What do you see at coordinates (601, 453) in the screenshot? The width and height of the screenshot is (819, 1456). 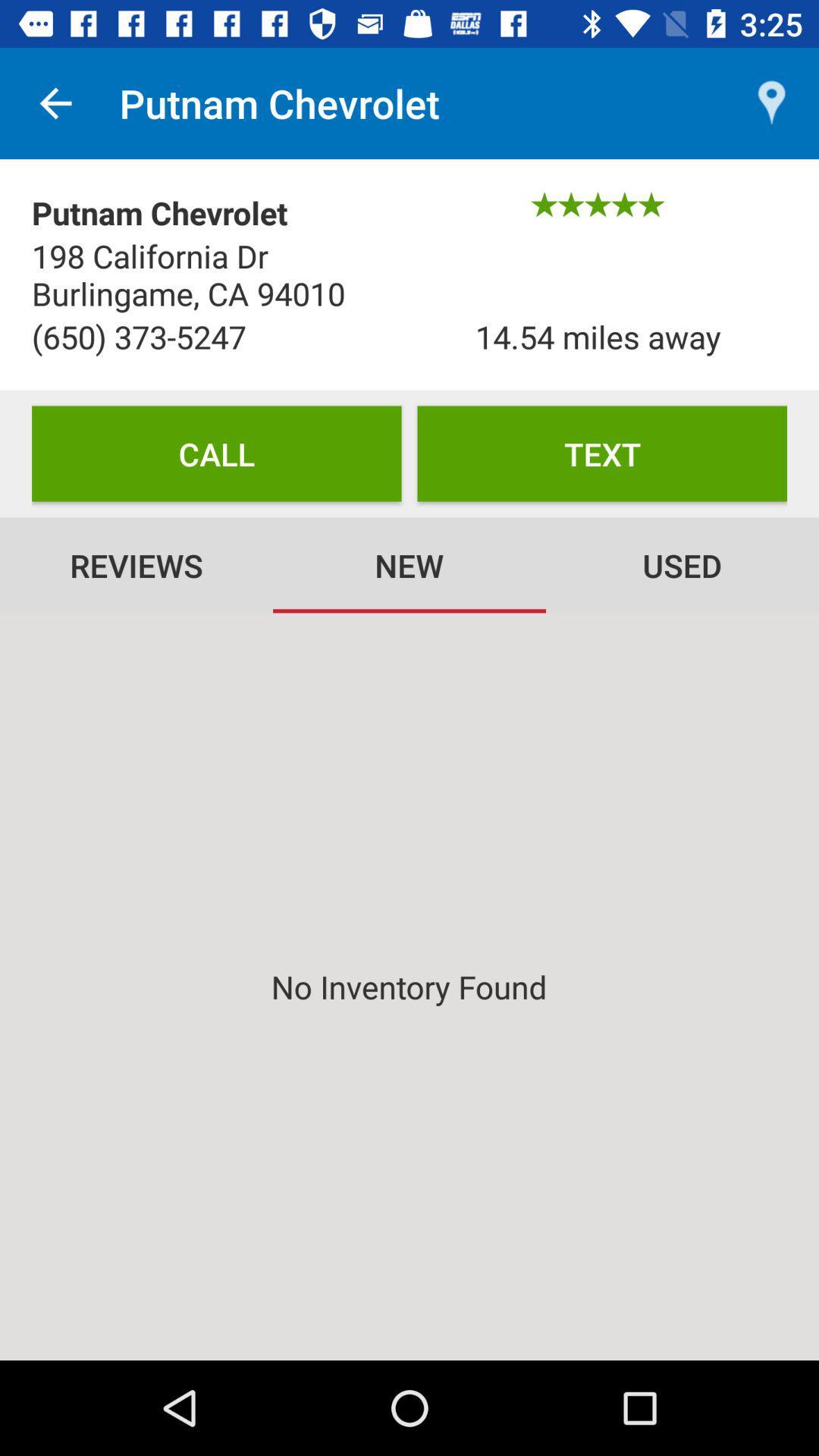 I see `icon next to call icon` at bounding box center [601, 453].